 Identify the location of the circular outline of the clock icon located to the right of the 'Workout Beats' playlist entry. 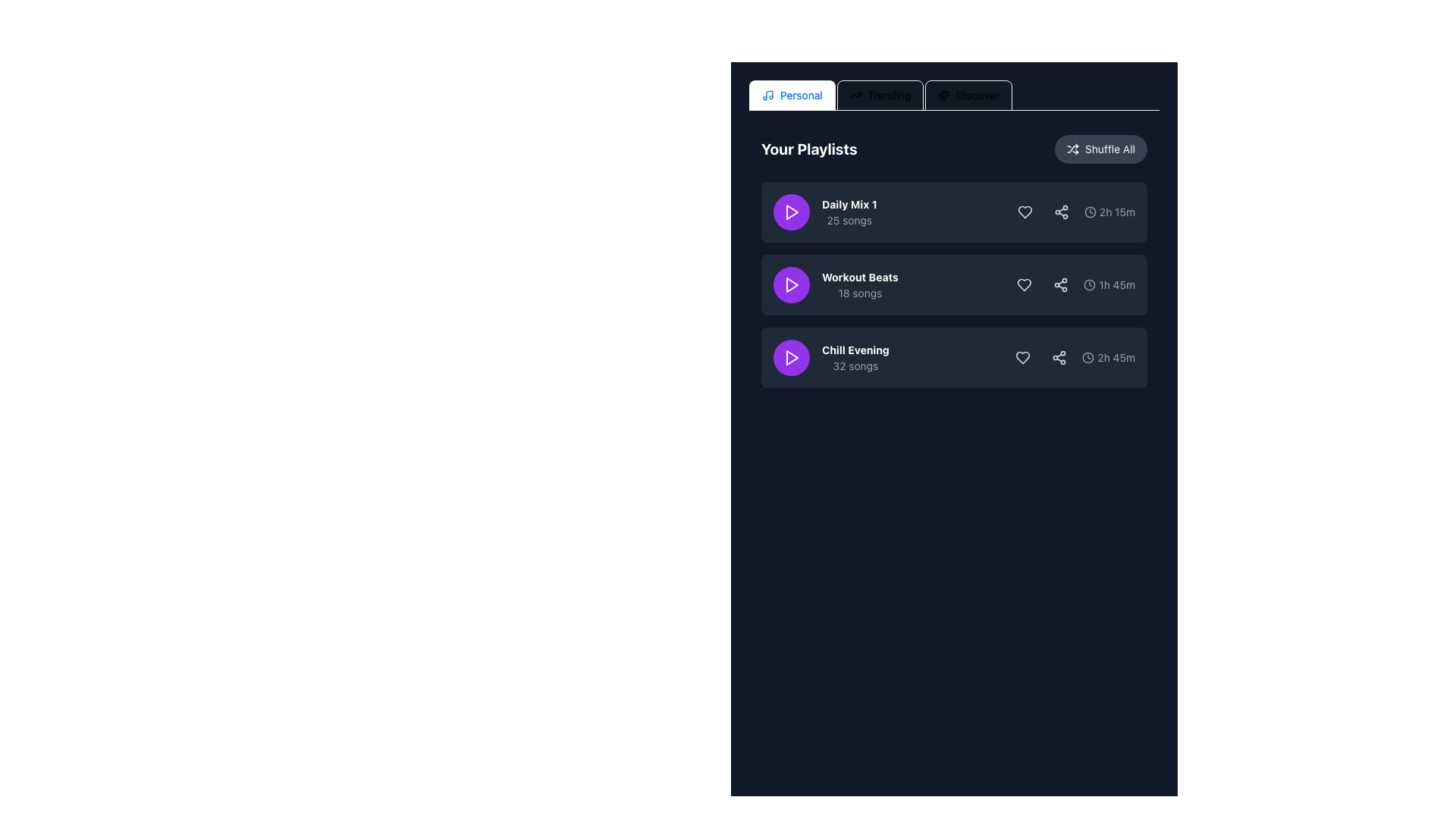
(1089, 284).